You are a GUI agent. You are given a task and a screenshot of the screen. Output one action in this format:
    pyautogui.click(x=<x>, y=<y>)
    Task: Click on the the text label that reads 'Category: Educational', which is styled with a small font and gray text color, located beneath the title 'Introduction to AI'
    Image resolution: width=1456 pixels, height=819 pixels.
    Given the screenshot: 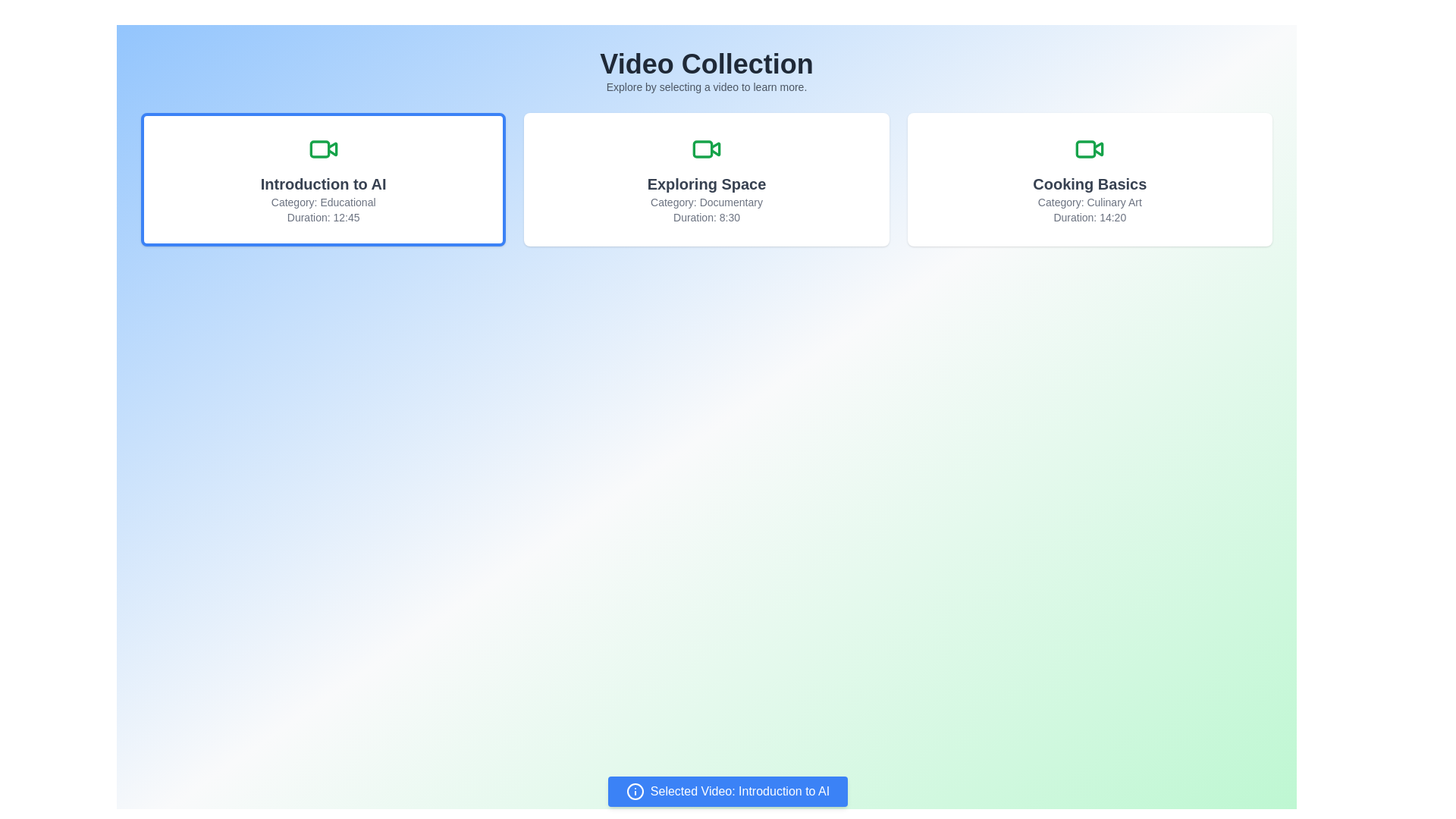 What is the action you would take?
    pyautogui.click(x=322, y=201)
    